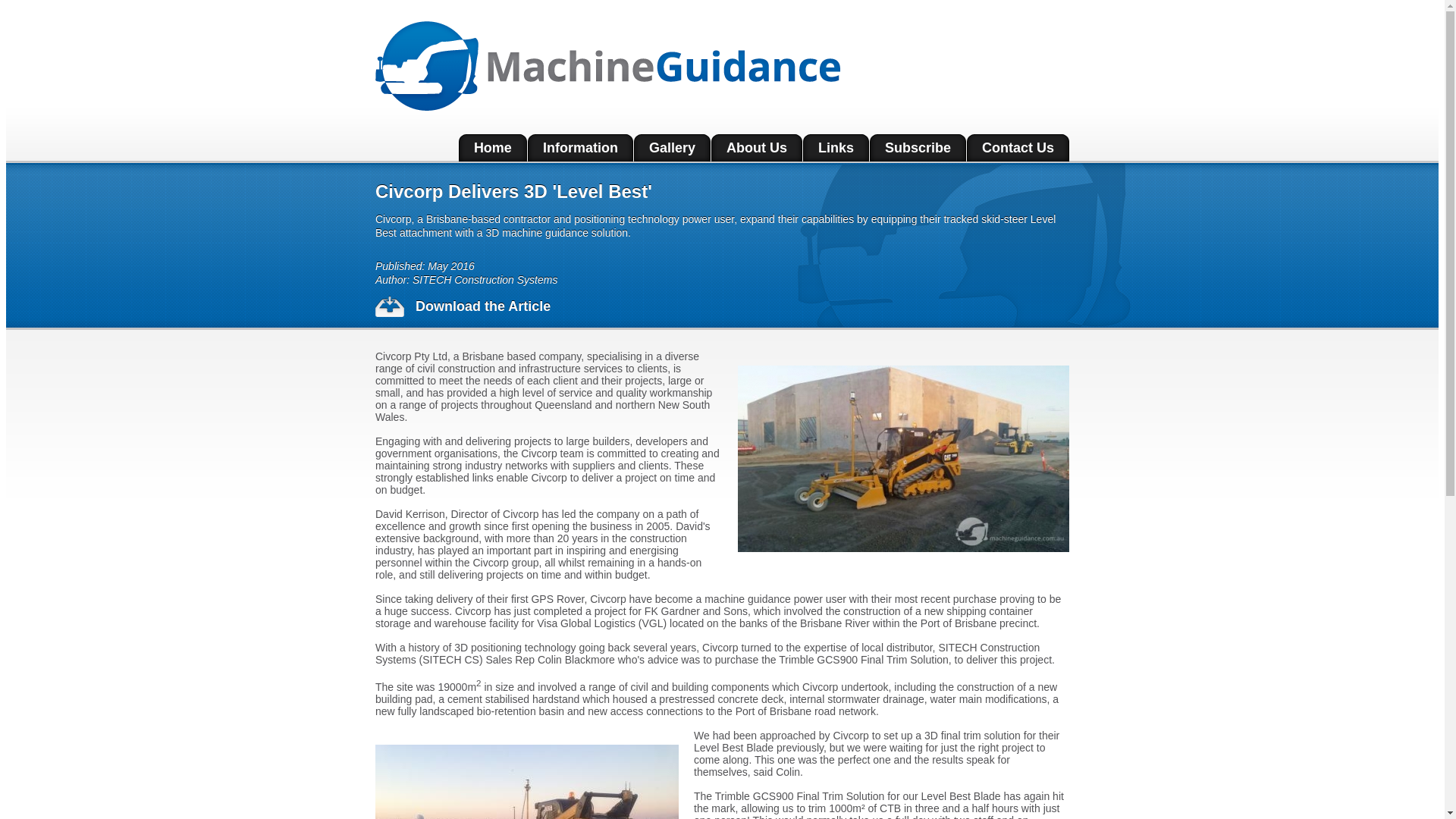  I want to click on 'Subscribe', so click(917, 148).